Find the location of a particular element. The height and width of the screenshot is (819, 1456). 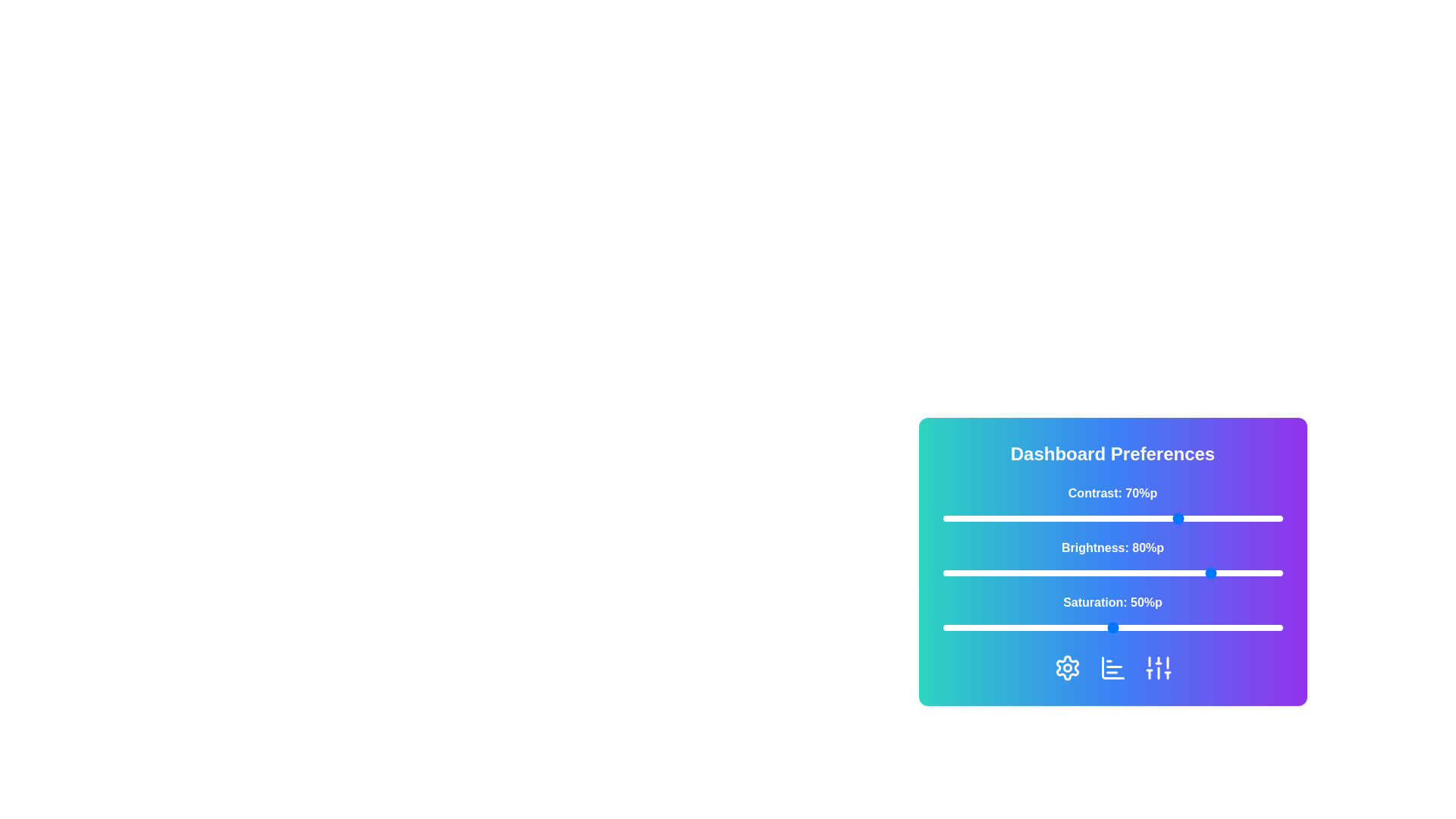

the 'Saturation' slider to 0% is located at coordinates (942, 628).